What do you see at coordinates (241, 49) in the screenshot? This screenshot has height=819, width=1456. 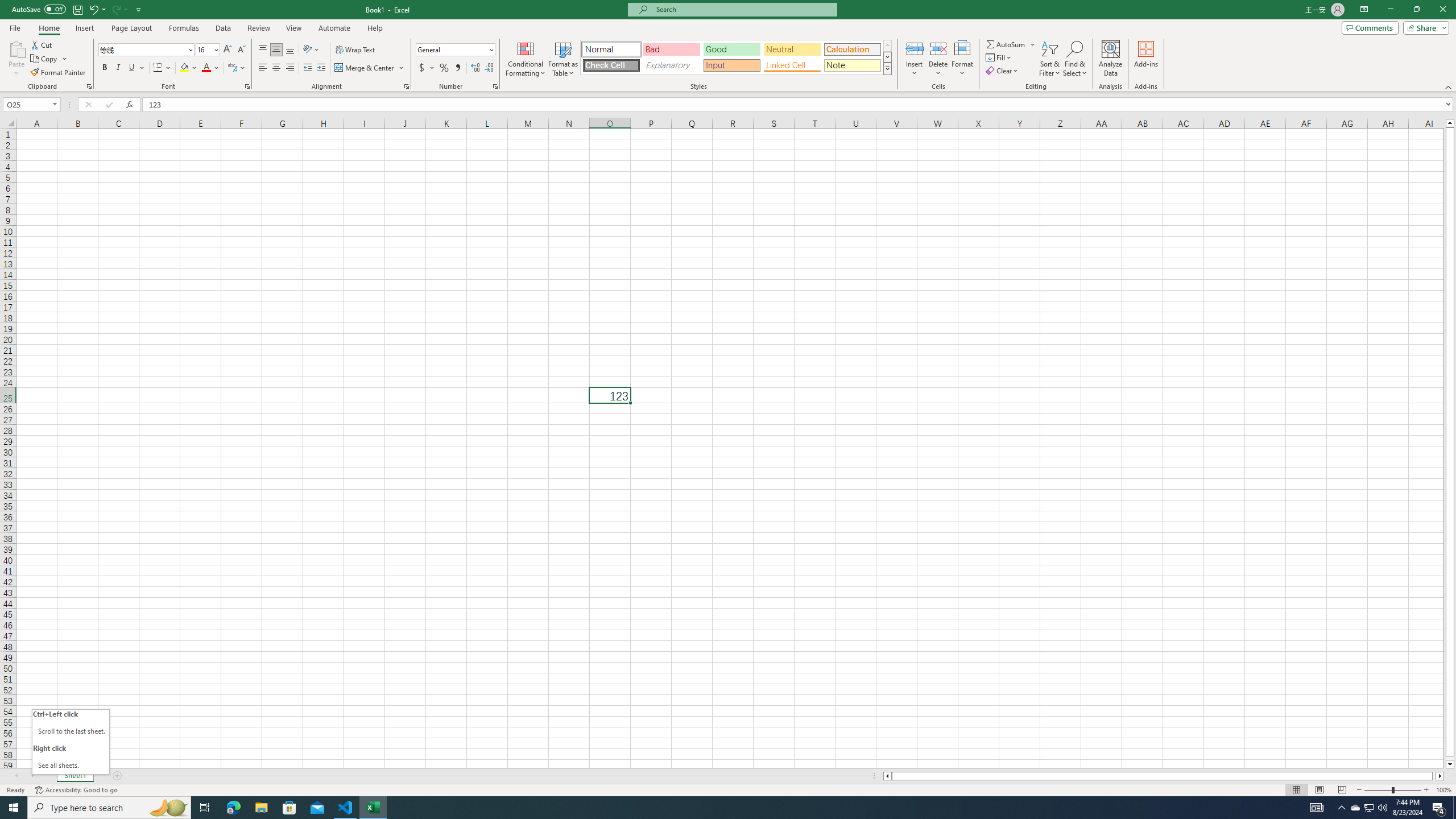 I see `'Decrease Font Size'` at bounding box center [241, 49].